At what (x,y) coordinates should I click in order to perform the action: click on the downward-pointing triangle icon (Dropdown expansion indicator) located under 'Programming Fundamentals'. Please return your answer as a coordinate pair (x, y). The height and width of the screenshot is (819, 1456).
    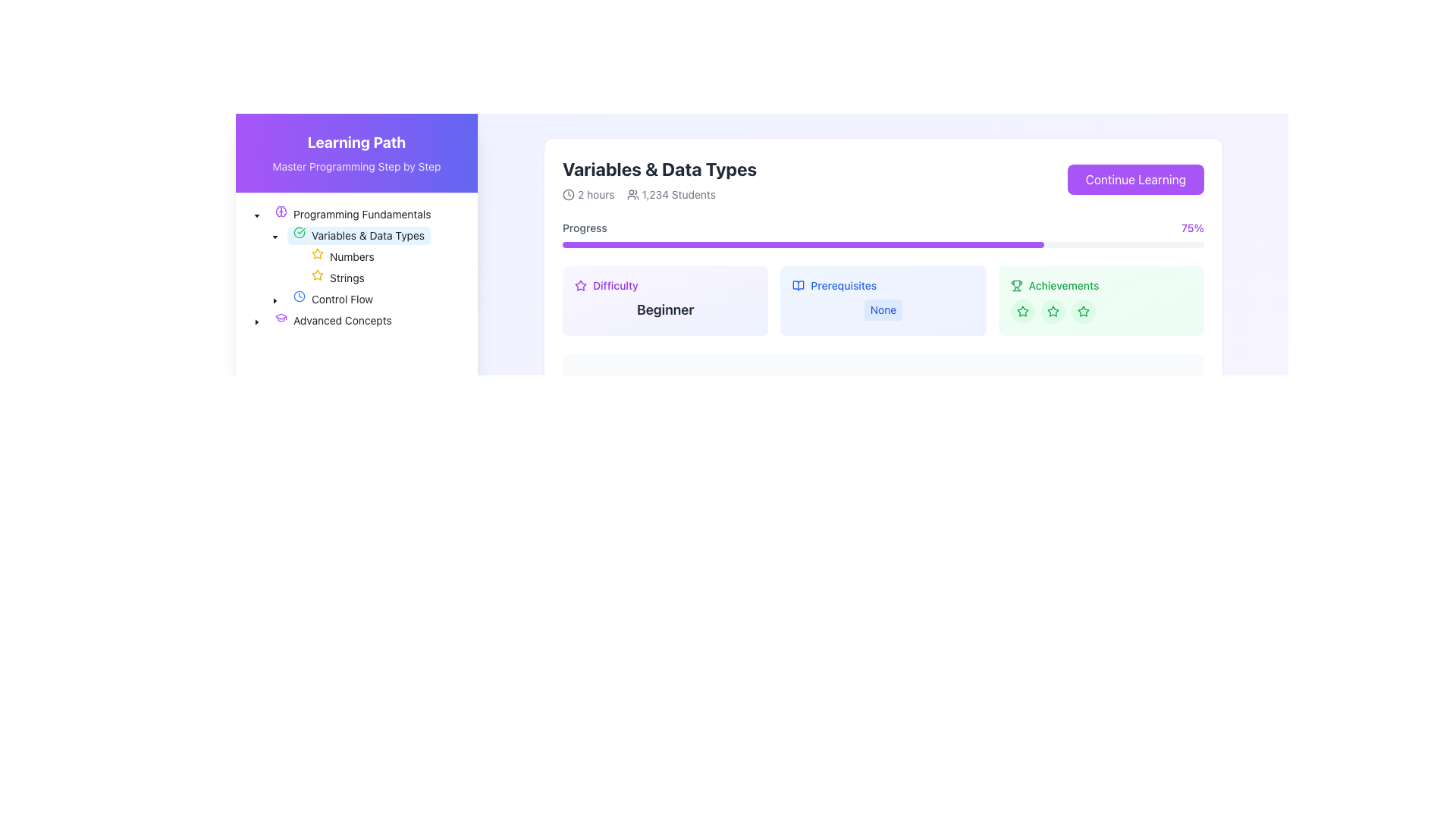
    Looking at the image, I should click on (257, 216).